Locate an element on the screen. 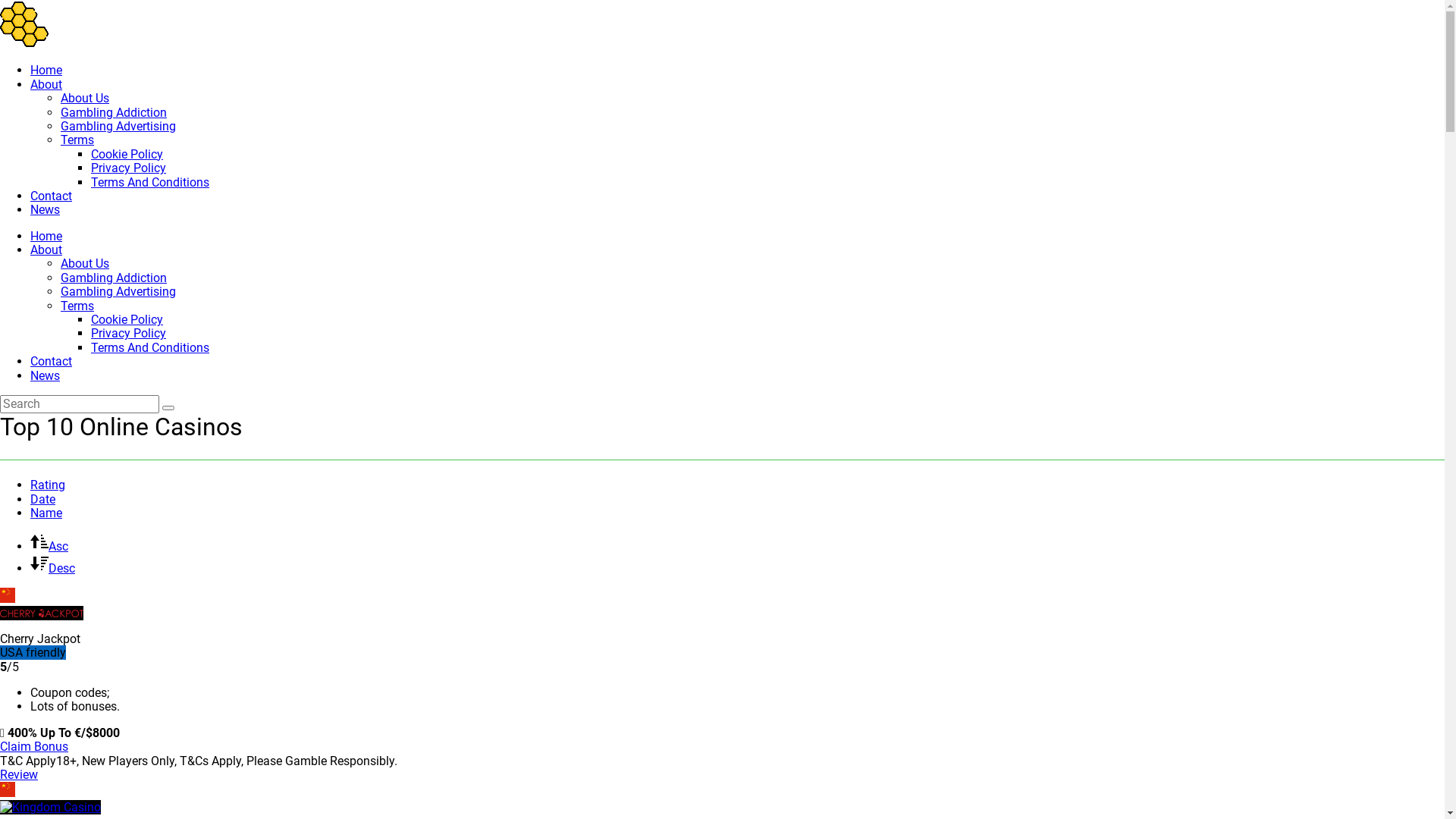  'Gambling Advertising' is located at coordinates (118, 291).